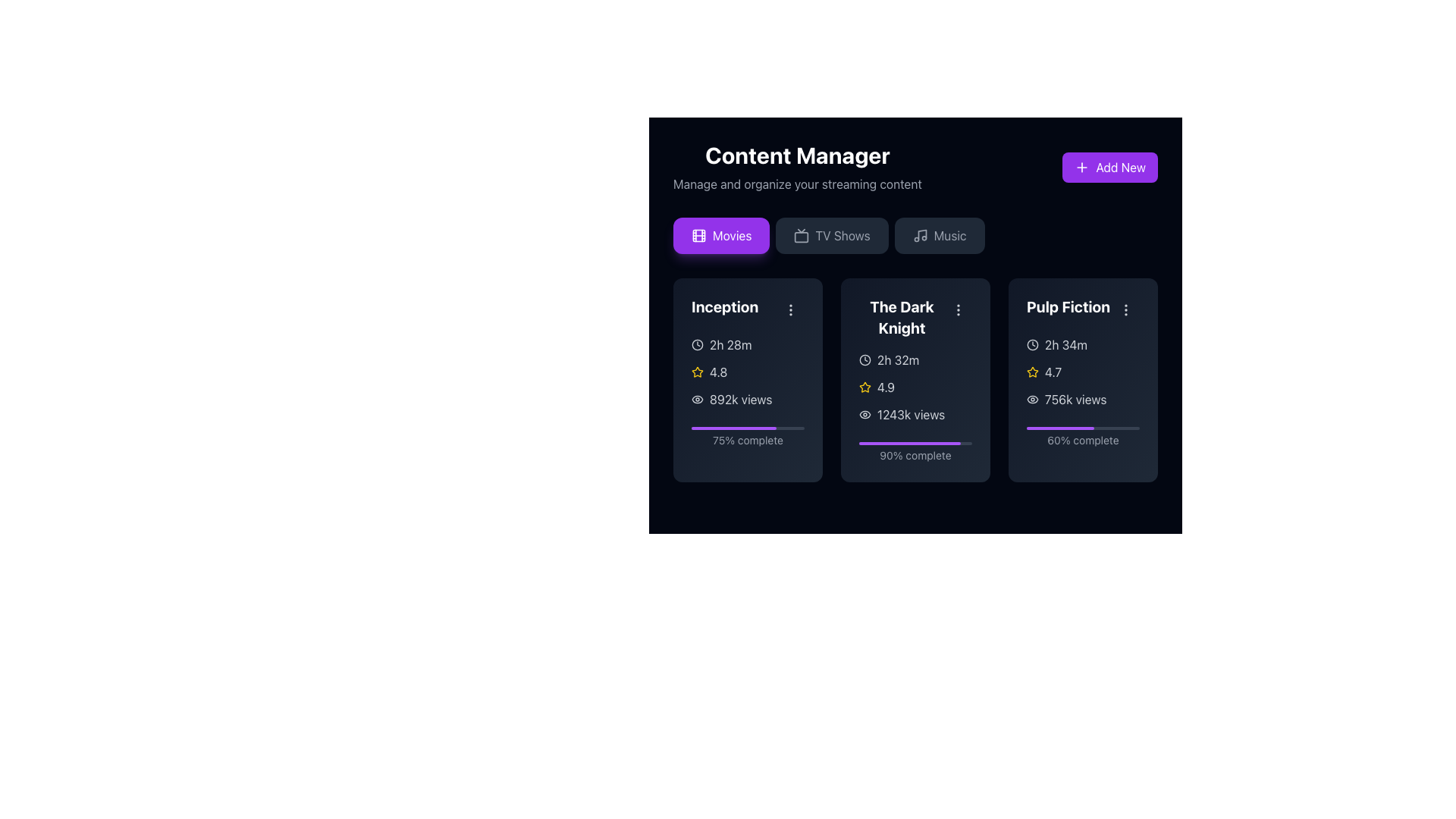  What do you see at coordinates (697, 399) in the screenshot?
I see `the eye icon representing views located at the bottom-center of the 'Inception' card` at bounding box center [697, 399].